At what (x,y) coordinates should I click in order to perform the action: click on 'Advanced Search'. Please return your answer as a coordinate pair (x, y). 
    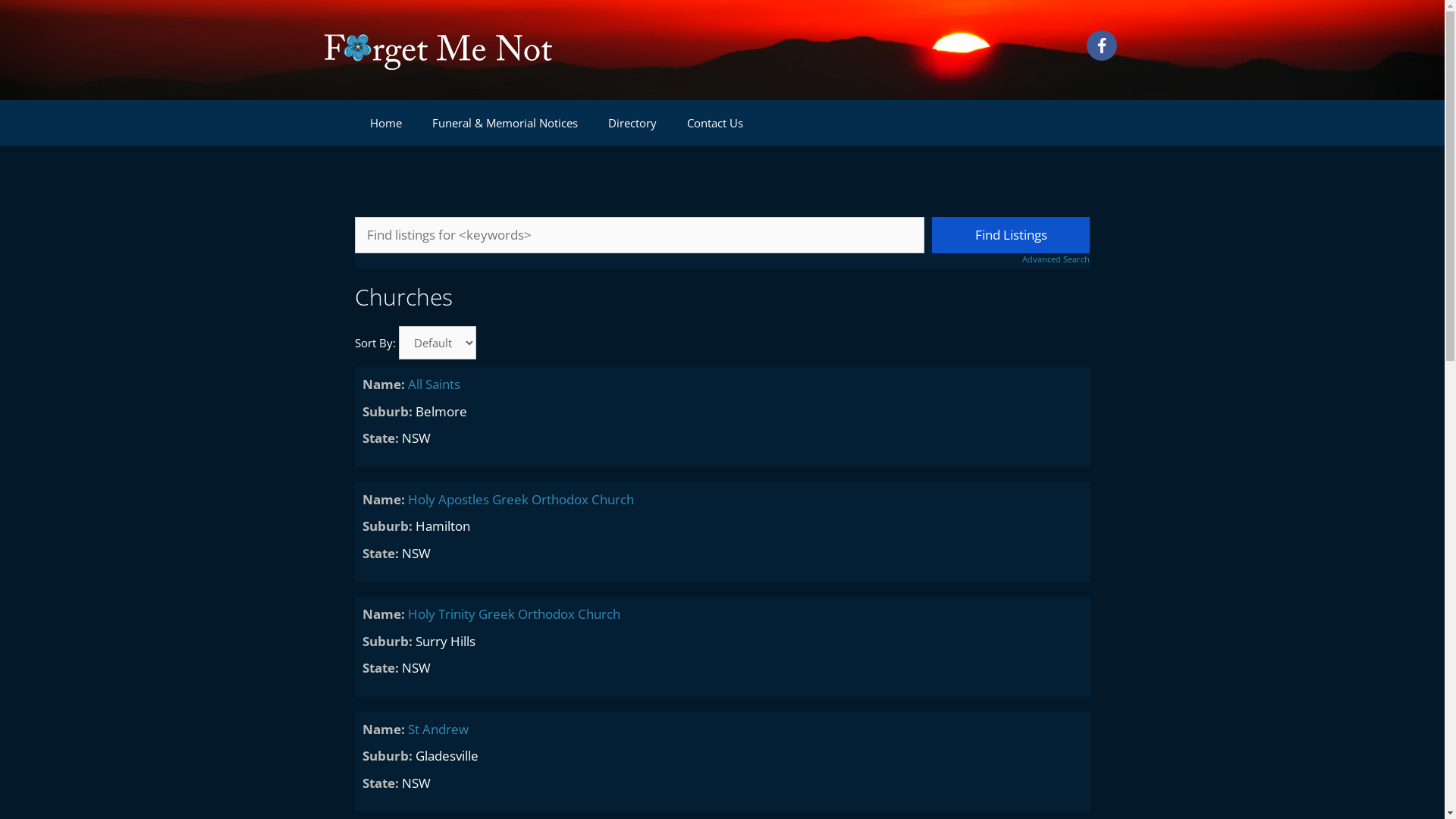
    Looking at the image, I should click on (1011, 259).